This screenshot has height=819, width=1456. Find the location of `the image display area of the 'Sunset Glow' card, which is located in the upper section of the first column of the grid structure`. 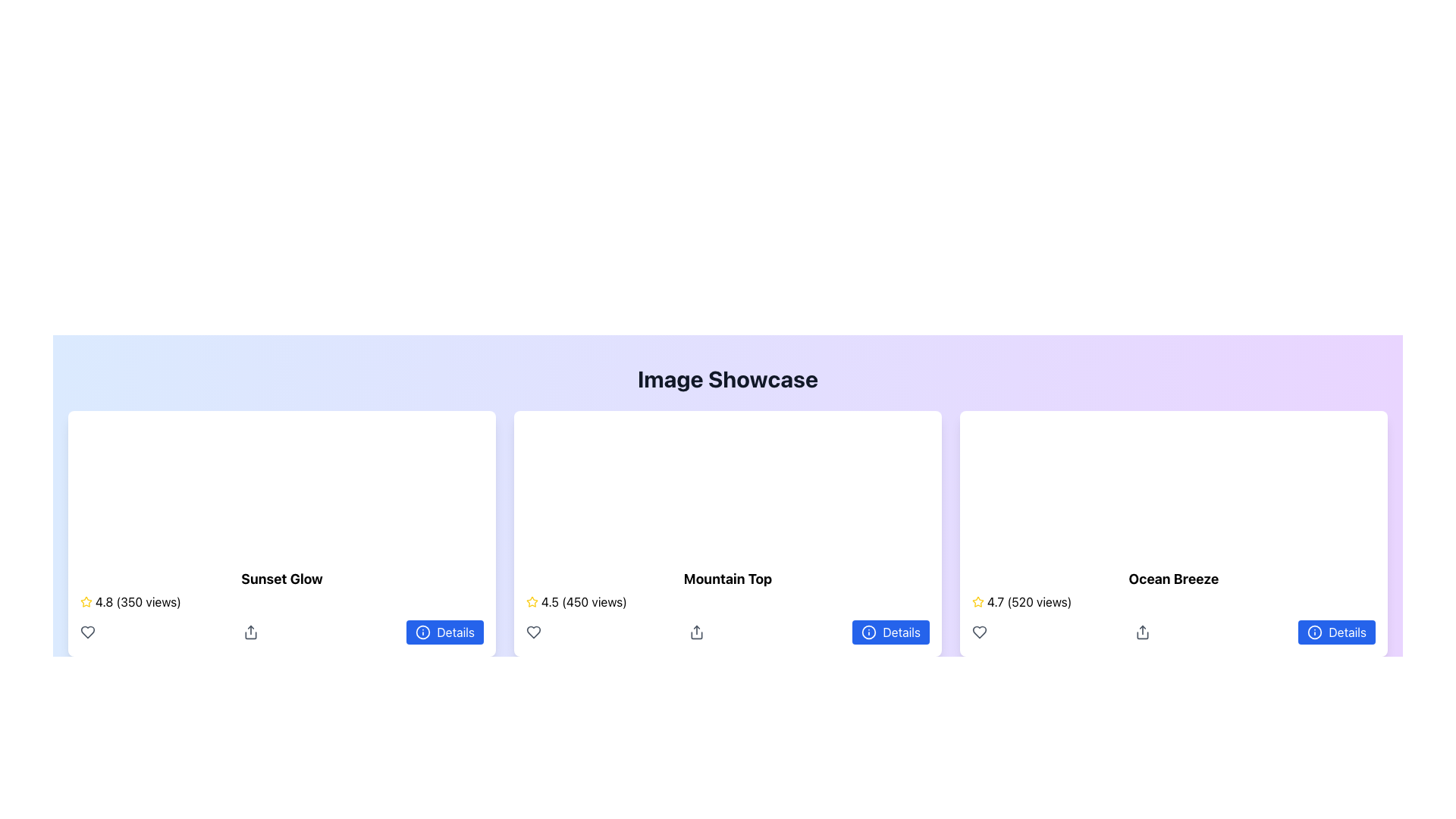

the image display area of the 'Sunset Glow' card, which is located in the upper section of the first column of the grid structure is located at coordinates (282, 483).